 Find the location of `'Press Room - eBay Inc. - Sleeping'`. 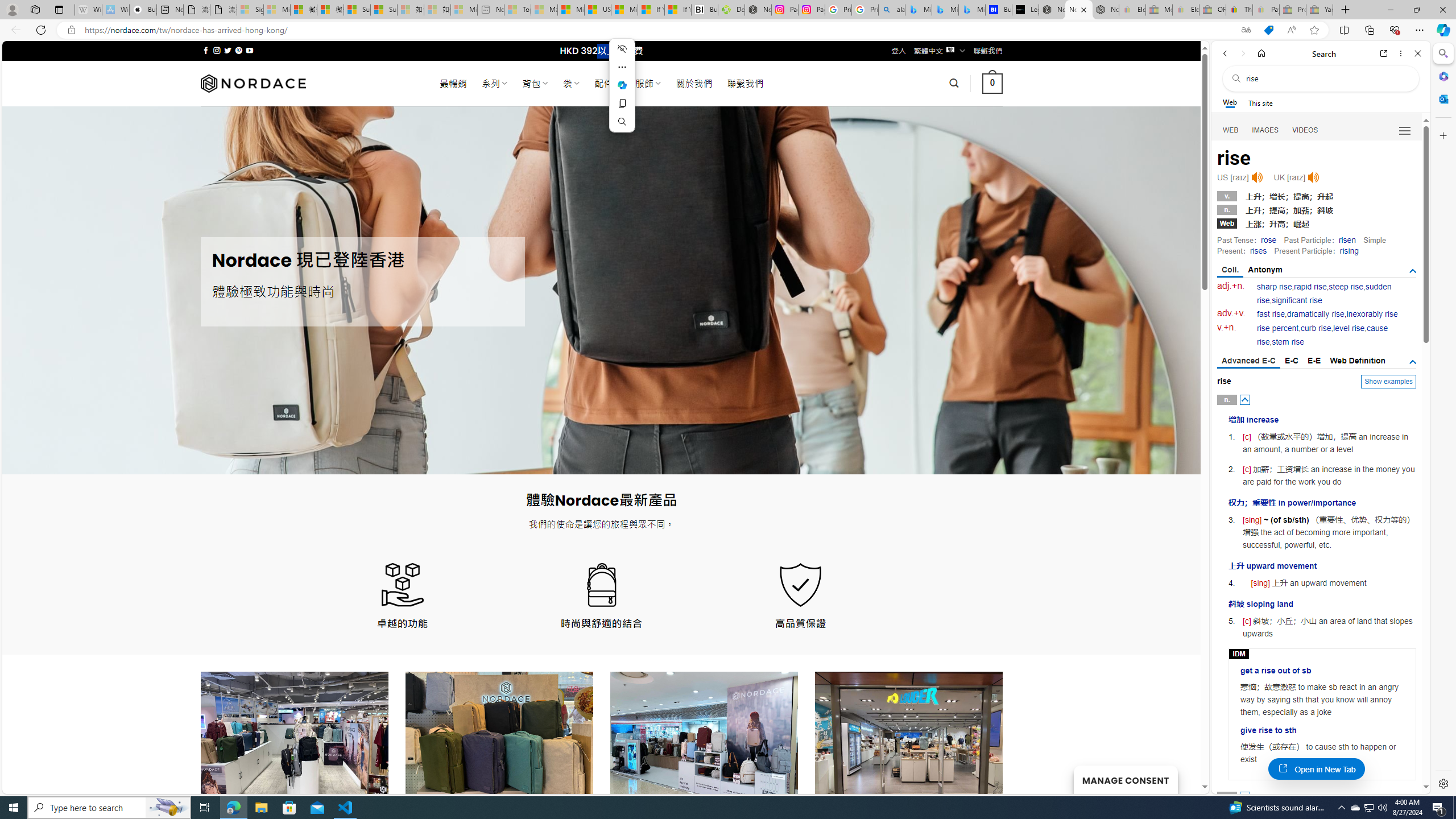

'Press Room - eBay Inc. - Sleeping' is located at coordinates (1292, 9).